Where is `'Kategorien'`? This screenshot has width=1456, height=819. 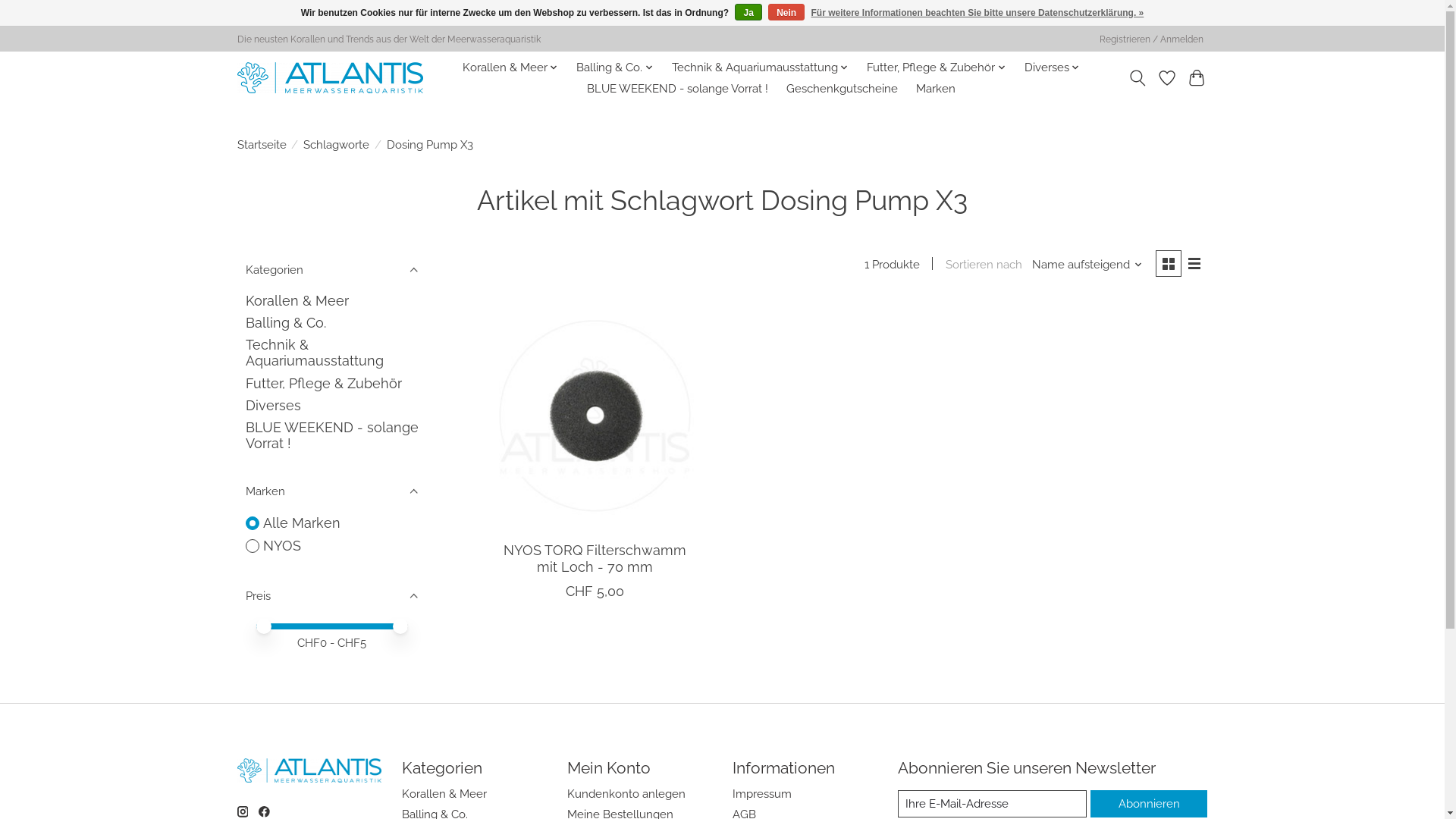 'Kategorien' is located at coordinates (330, 268).